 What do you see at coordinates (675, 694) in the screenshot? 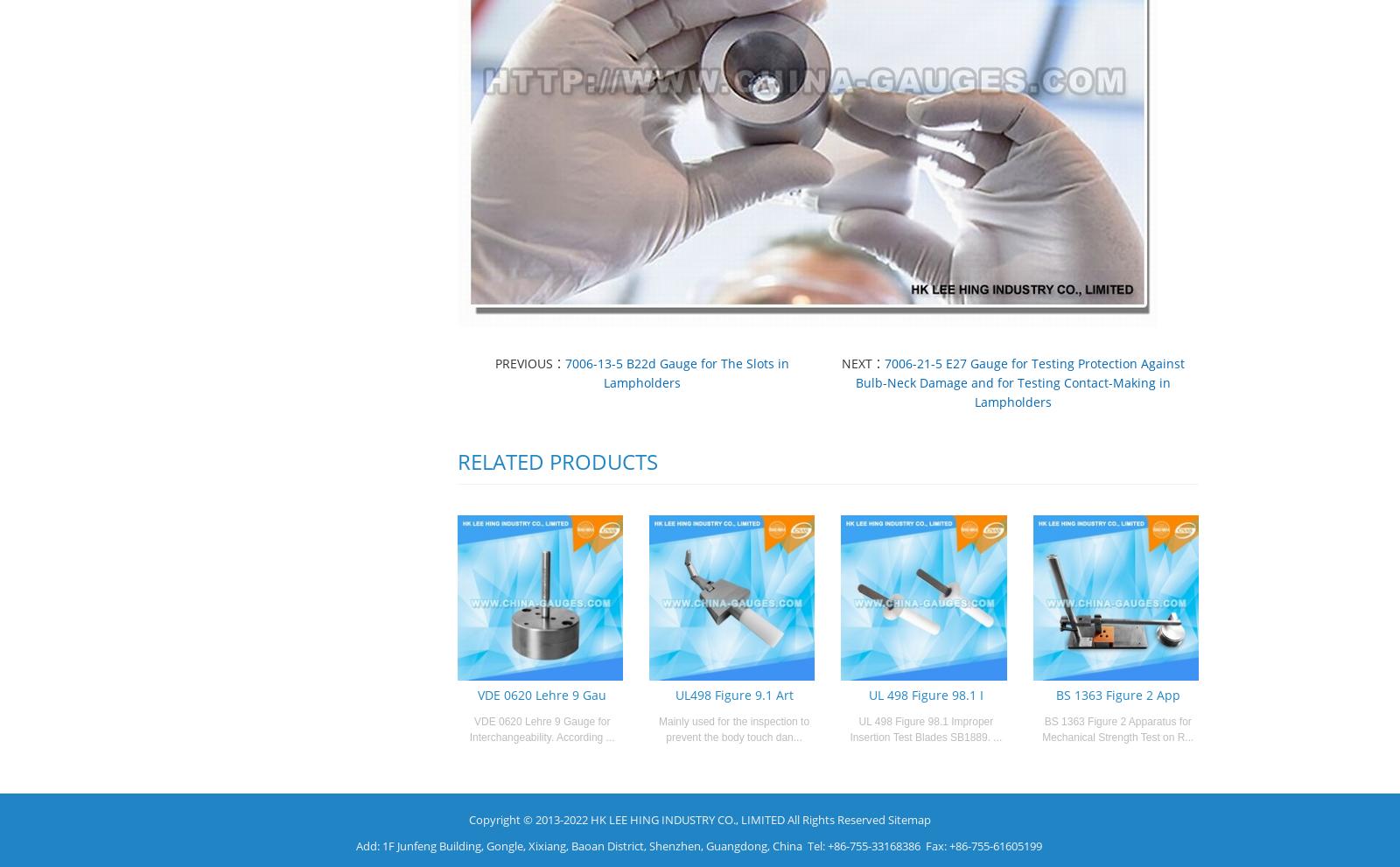
I see `'UL498 Figure 9.1 Art'` at bounding box center [675, 694].